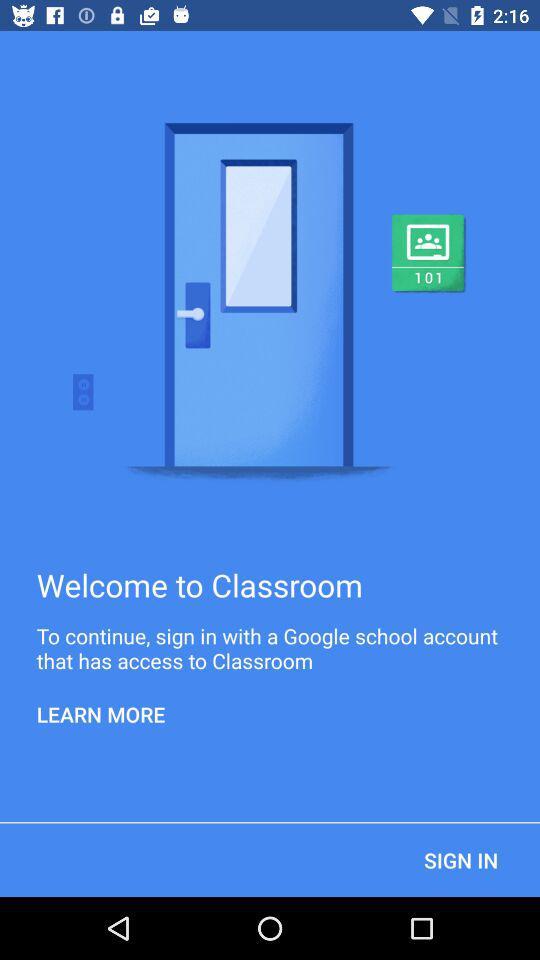  I want to click on item below the to continue sign, so click(100, 714).